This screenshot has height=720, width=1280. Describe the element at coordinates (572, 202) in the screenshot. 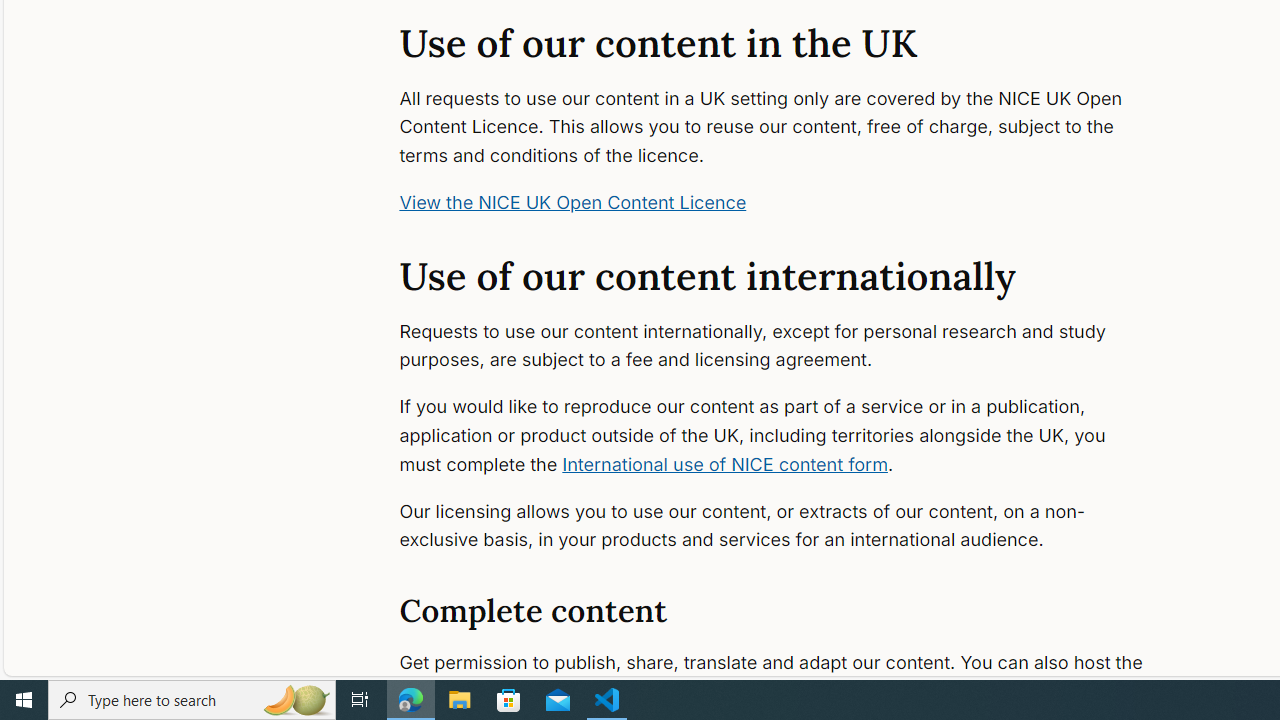

I see `'View the NICE UK Open Content Licence'` at that location.